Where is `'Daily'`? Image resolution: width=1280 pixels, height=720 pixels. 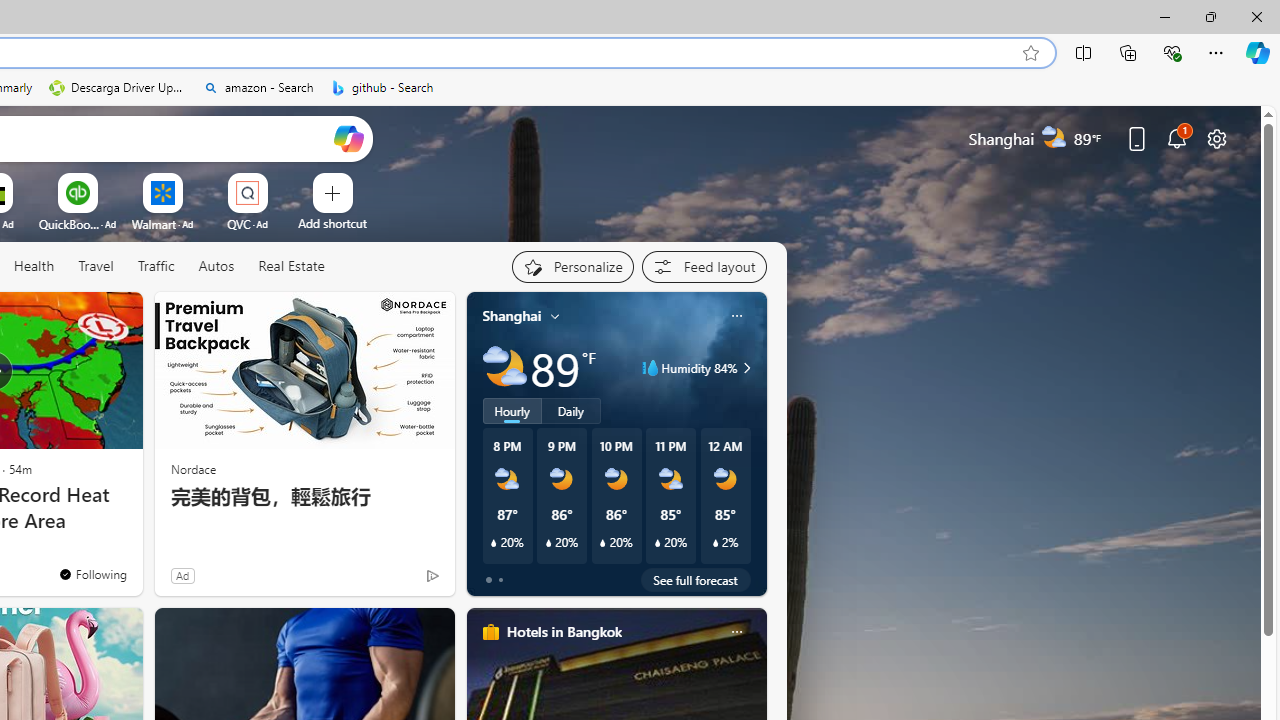
'Daily' is located at coordinates (570, 410).